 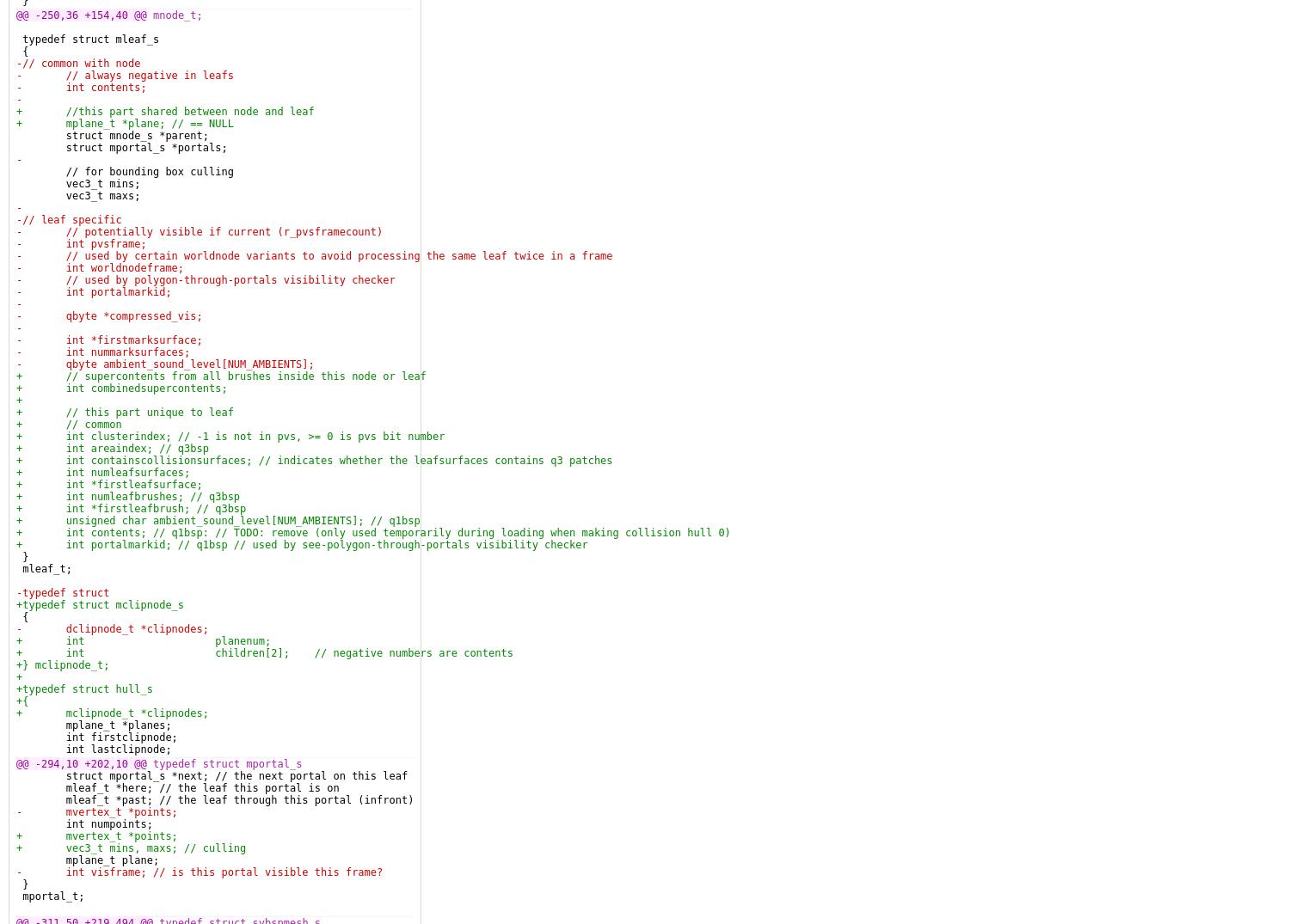 I want to click on '-       // always negative in leafs', so click(x=125, y=76).